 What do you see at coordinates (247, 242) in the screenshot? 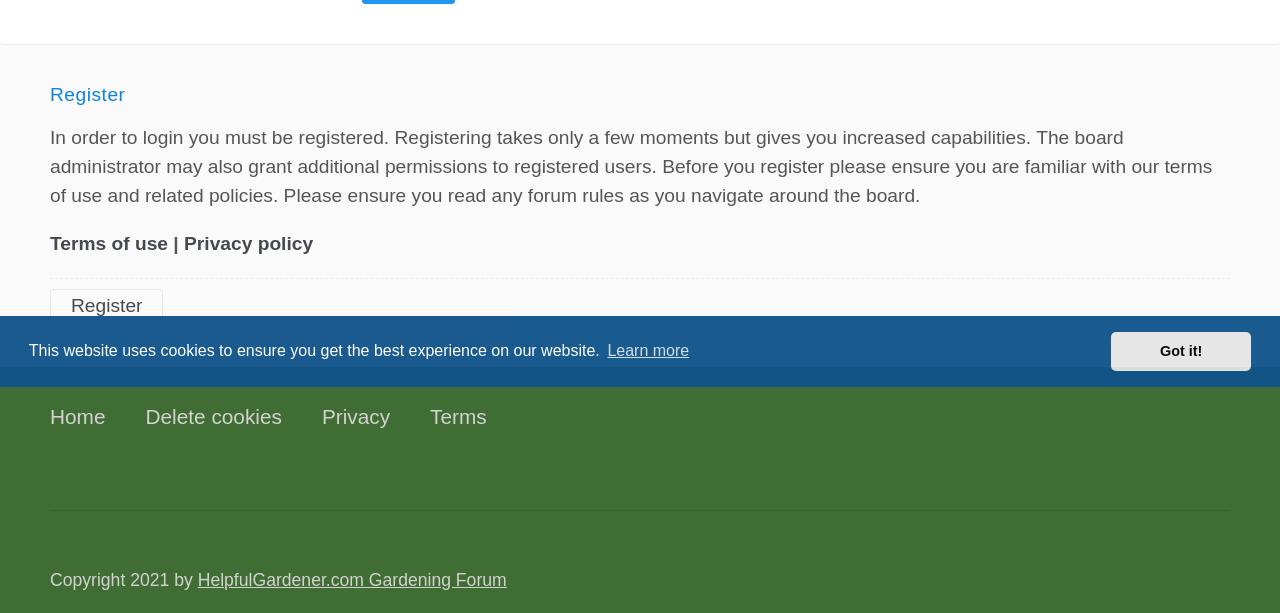
I see `'Privacy policy'` at bounding box center [247, 242].